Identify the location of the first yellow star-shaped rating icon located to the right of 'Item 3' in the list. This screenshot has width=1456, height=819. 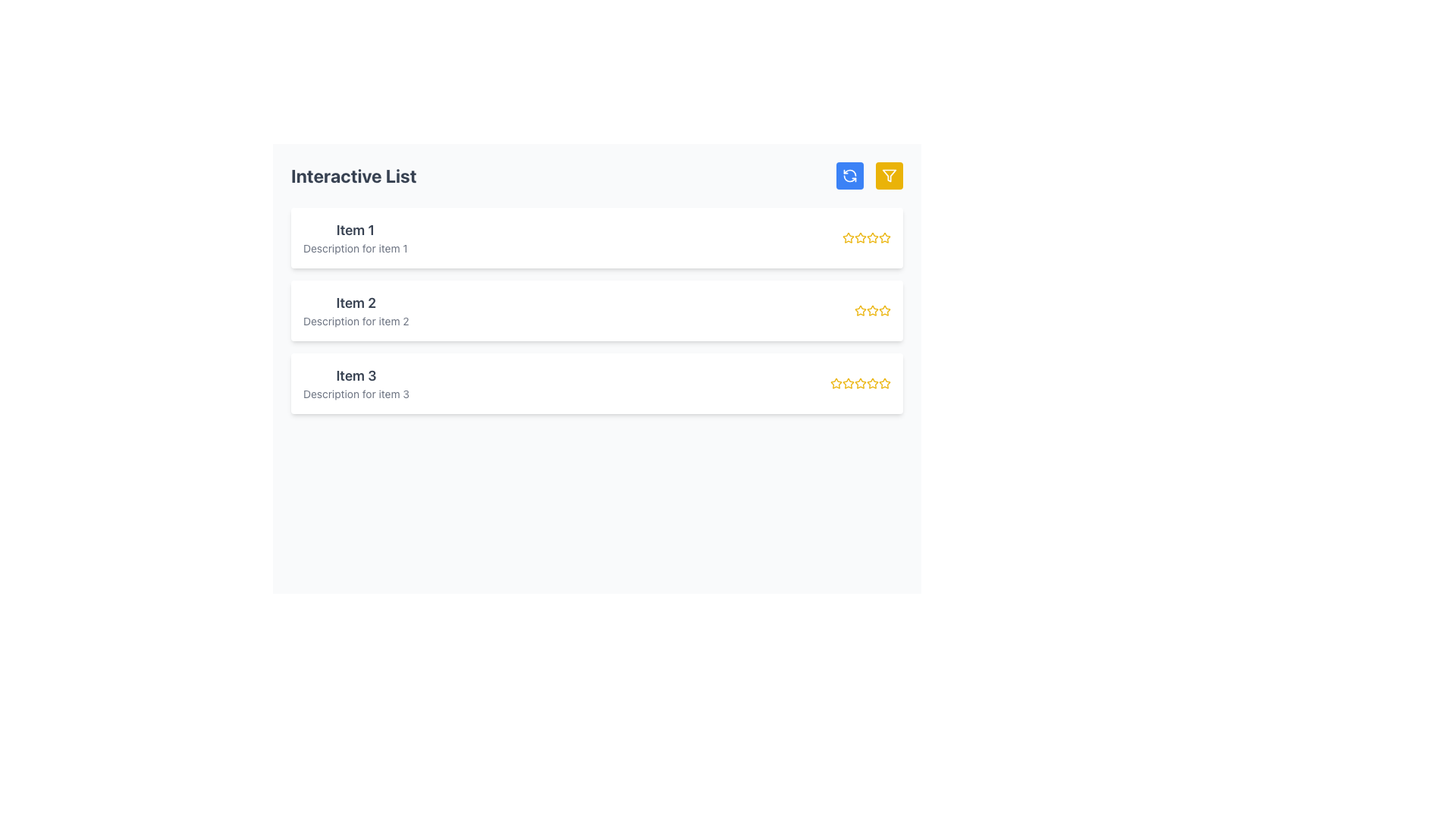
(836, 382).